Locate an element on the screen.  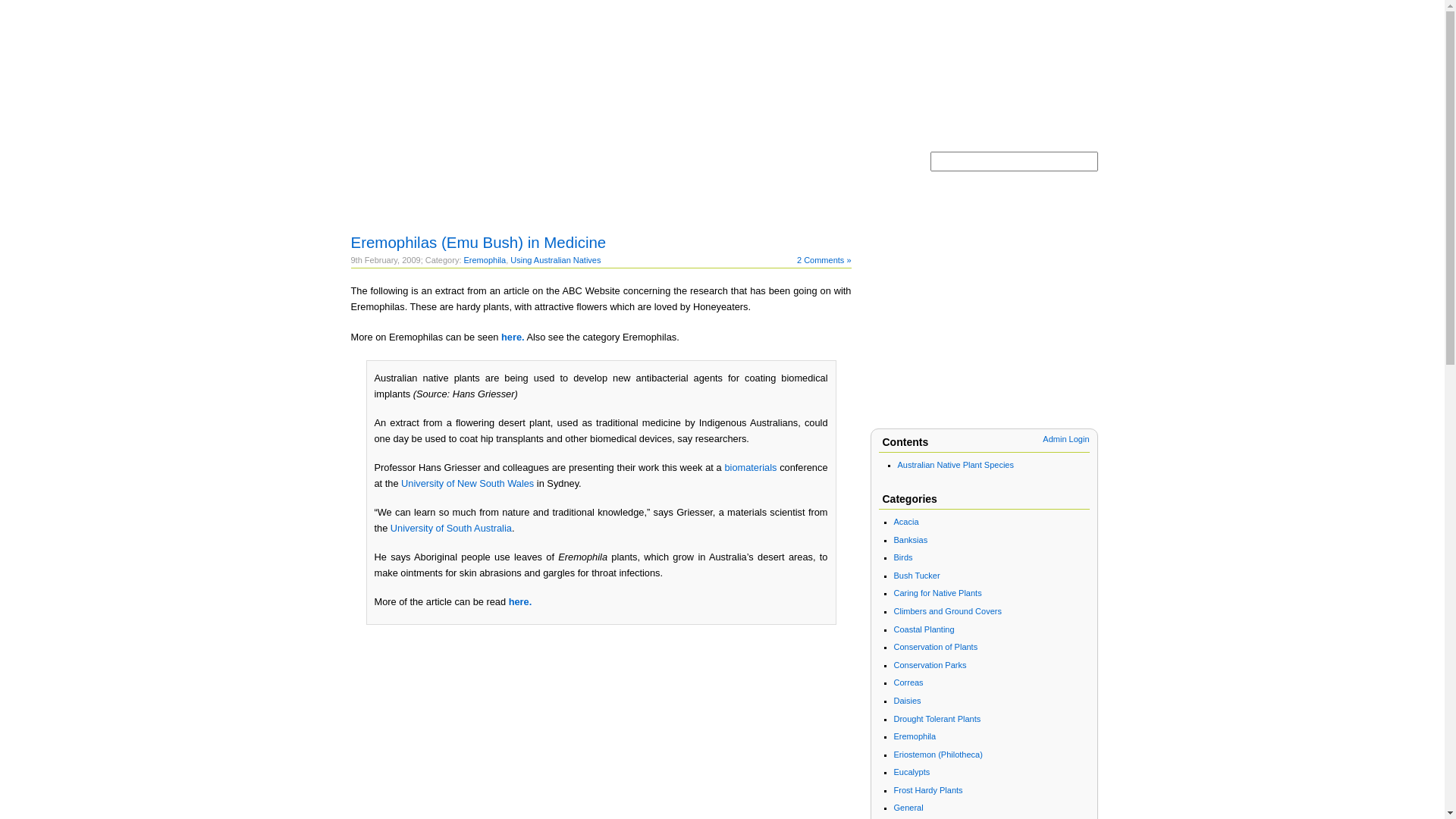
'University of South Australia' is located at coordinates (450, 527).